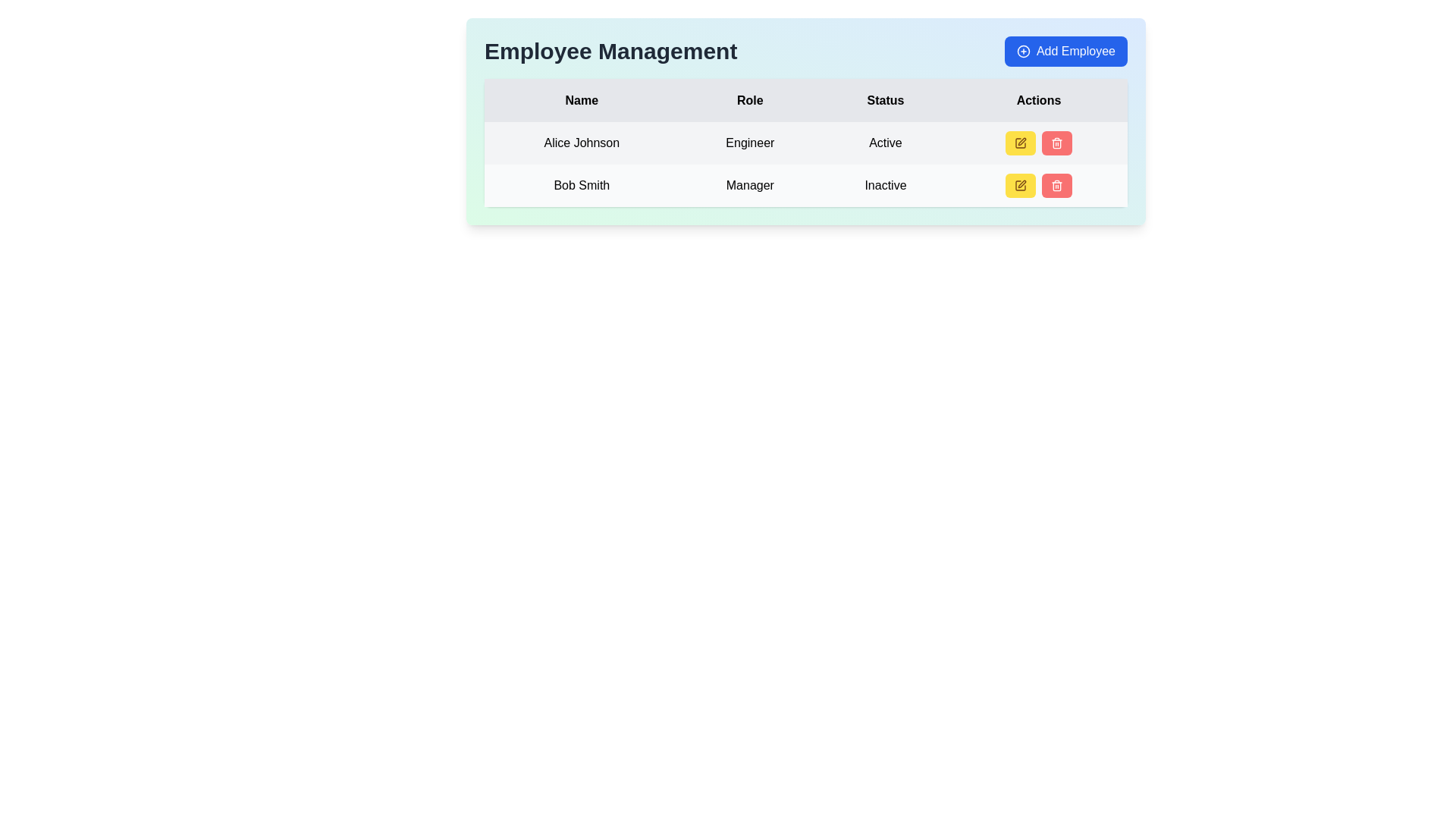  I want to click on the edit icon located in the second row under the 'Actions' column of the table, which is nested inside the yellow button and is the first of the two action buttons in this row to initiate an edit action, so click(1022, 184).